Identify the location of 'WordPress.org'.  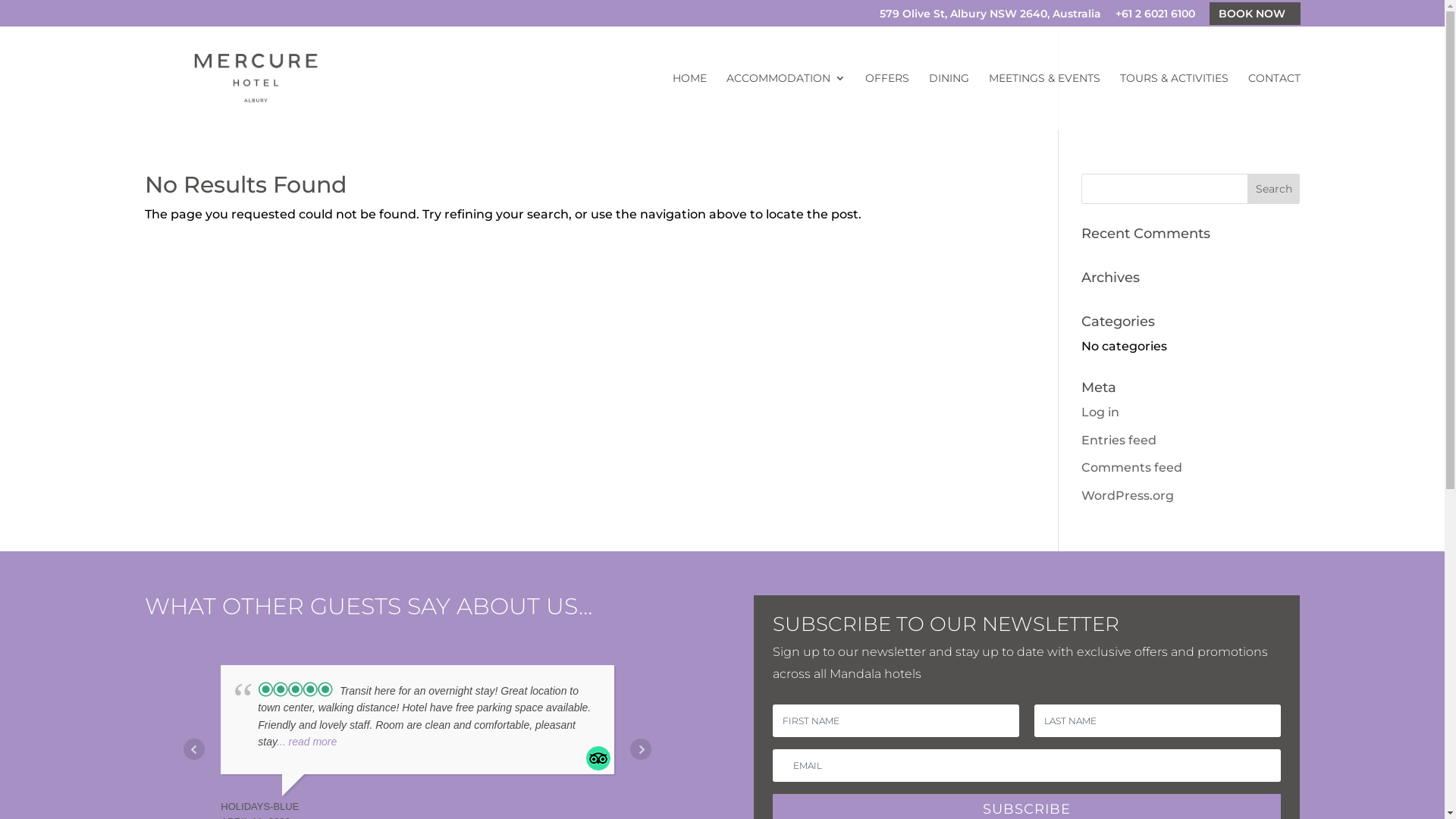
(1128, 495).